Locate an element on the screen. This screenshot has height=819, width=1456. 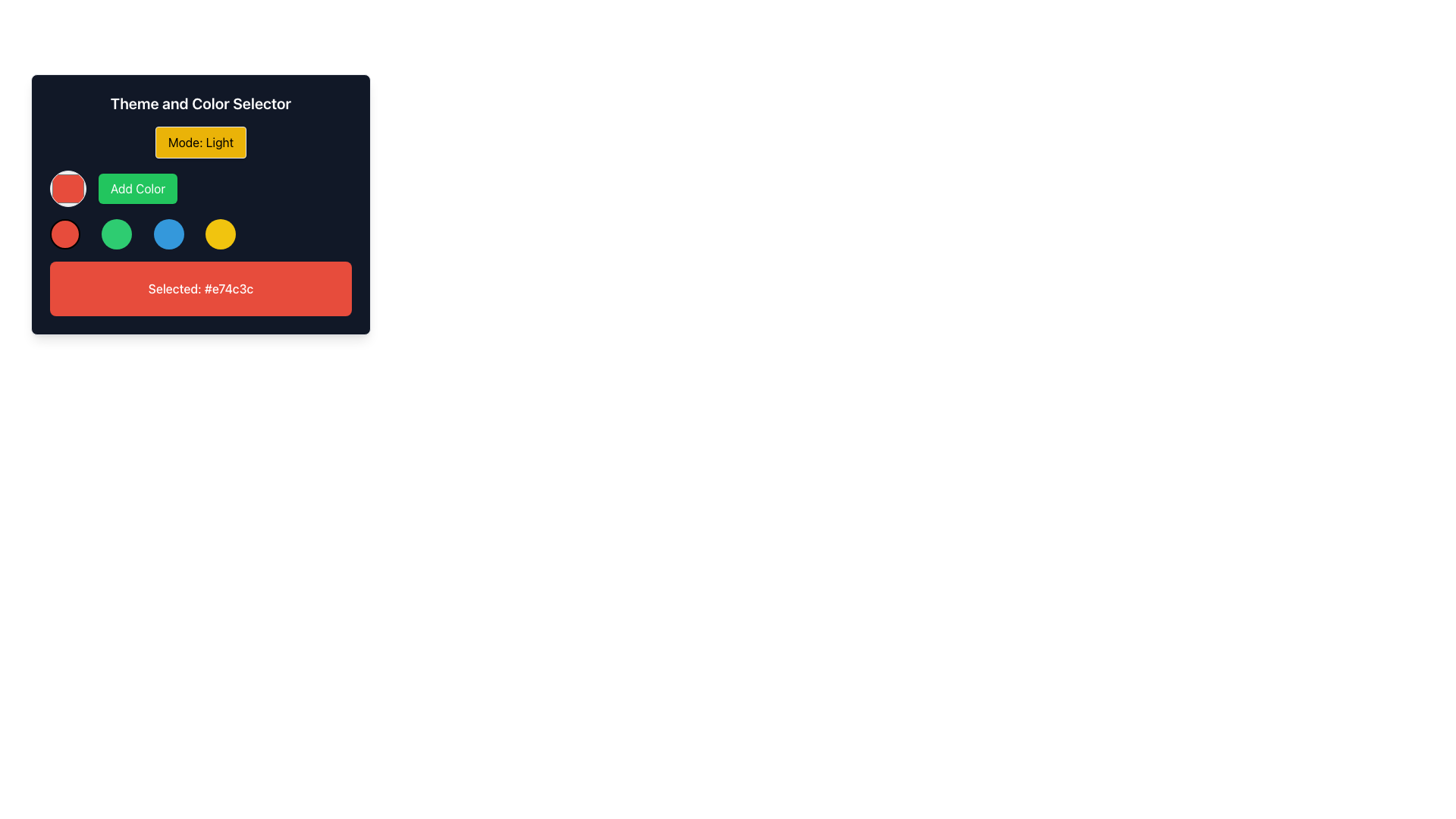
the blue circular button, which is the third in a row of four circular elements at the bottom section of the panel is located at coordinates (168, 234).